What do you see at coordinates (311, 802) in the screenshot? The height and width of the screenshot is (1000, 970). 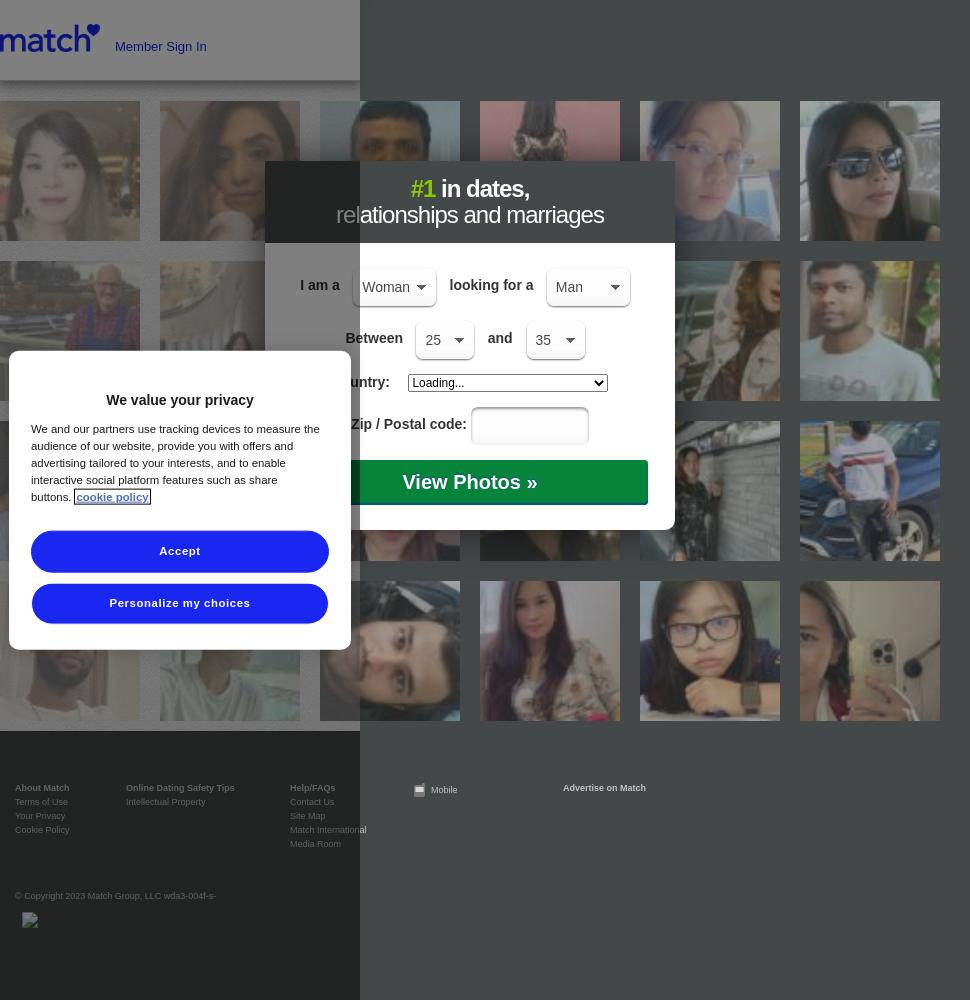 I see `'Contact Us'` at bounding box center [311, 802].